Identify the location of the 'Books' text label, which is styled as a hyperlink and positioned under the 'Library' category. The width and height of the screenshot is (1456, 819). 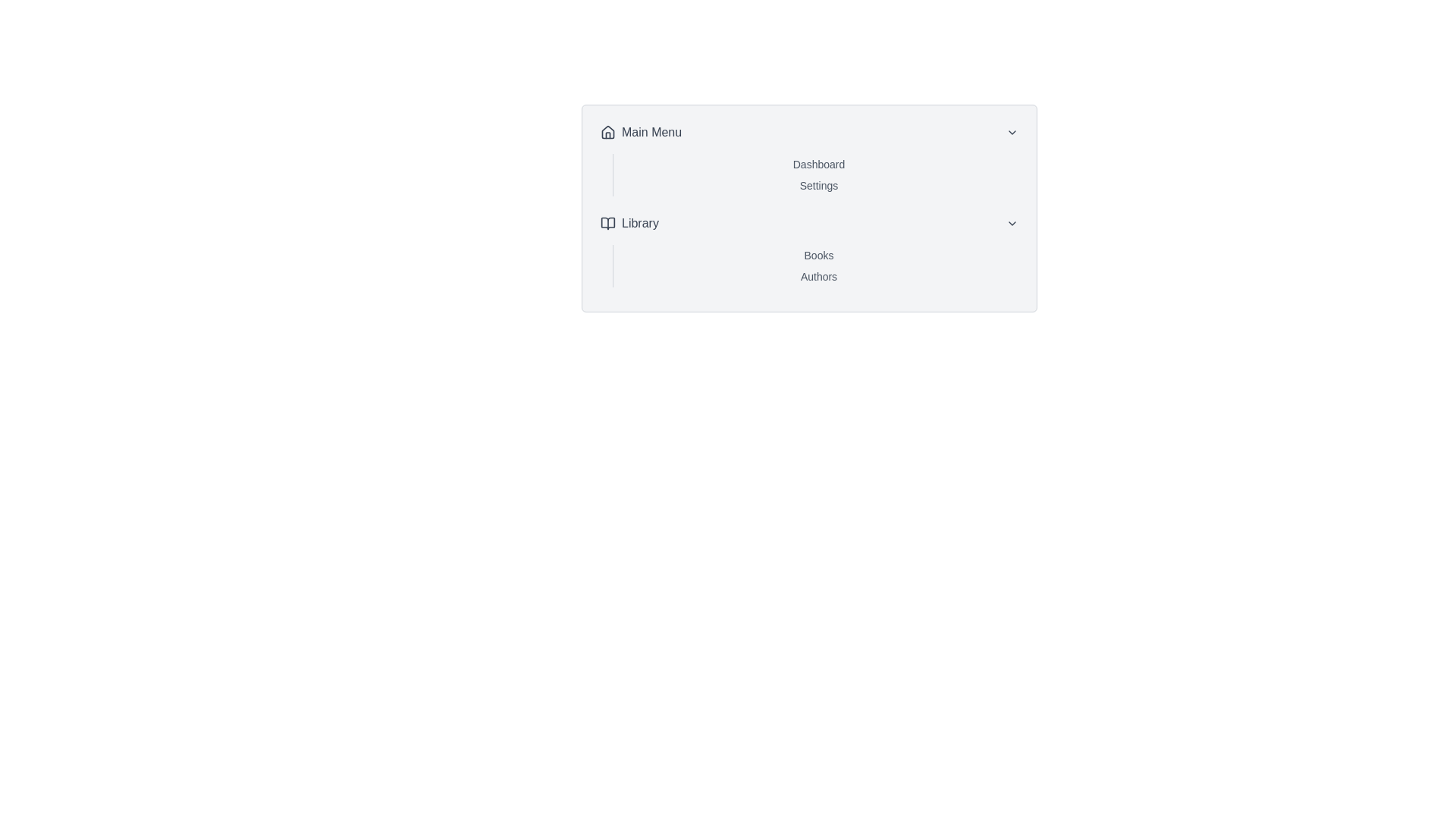
(818, 254).